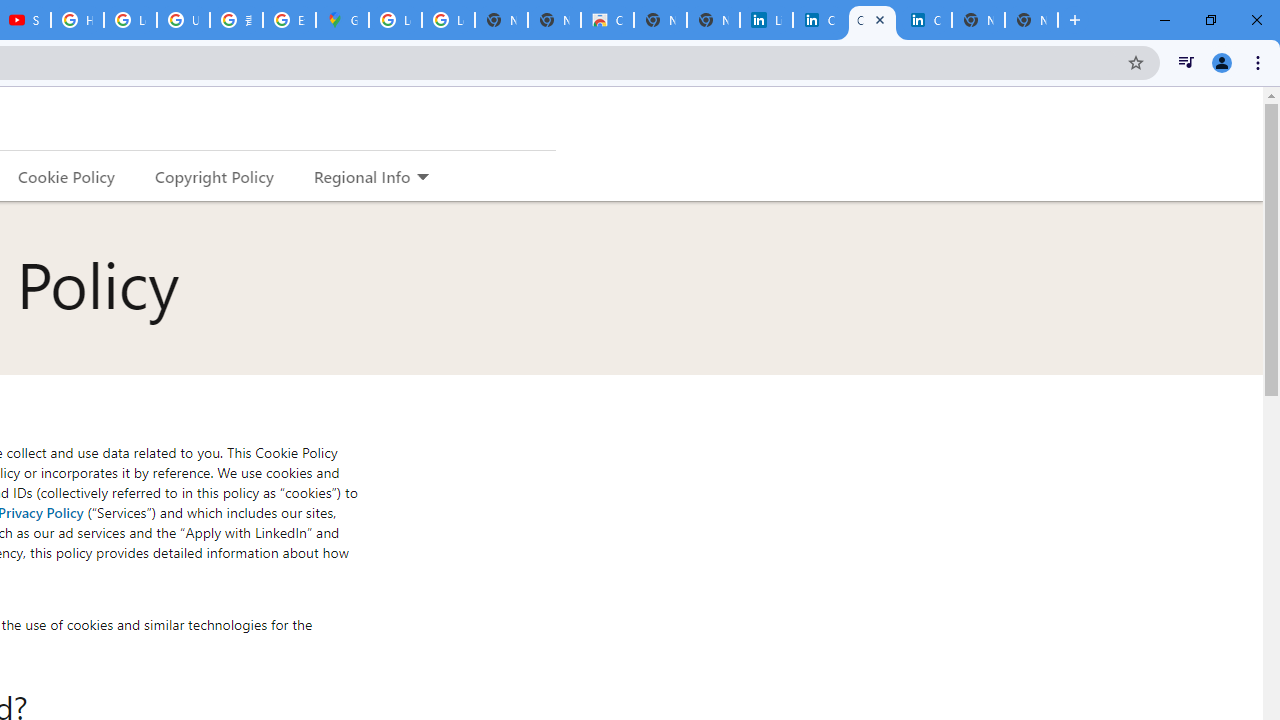  Describe the element at coordinates (342, 20) in the screenshot. I see `'Google Maps'` at that location.